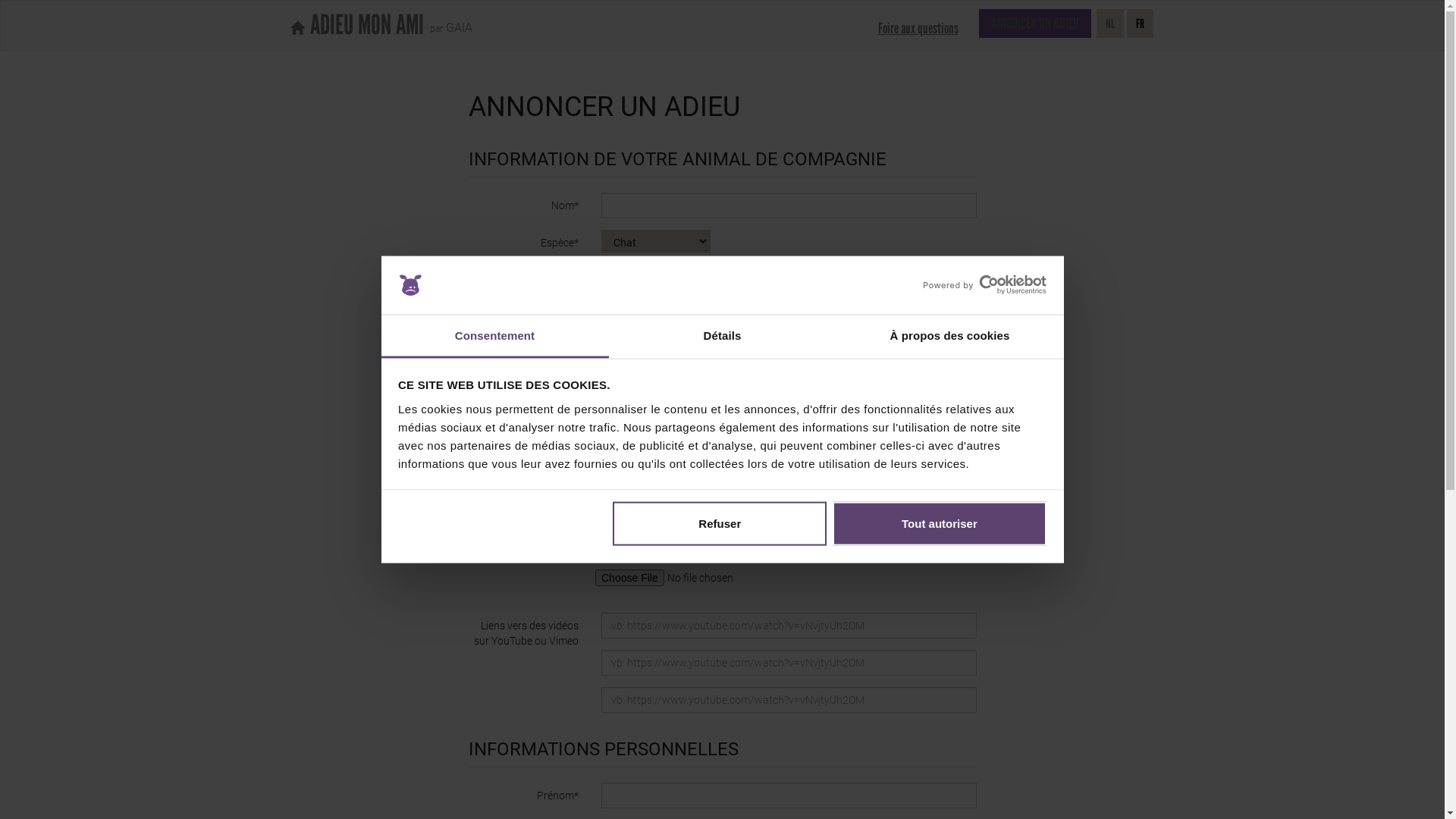 This screenshot has height=819, width=1456. What do you see at coordinates (494, 335) in the screenshot?
I see `'Consentement'` at bounding box center [494, 335].